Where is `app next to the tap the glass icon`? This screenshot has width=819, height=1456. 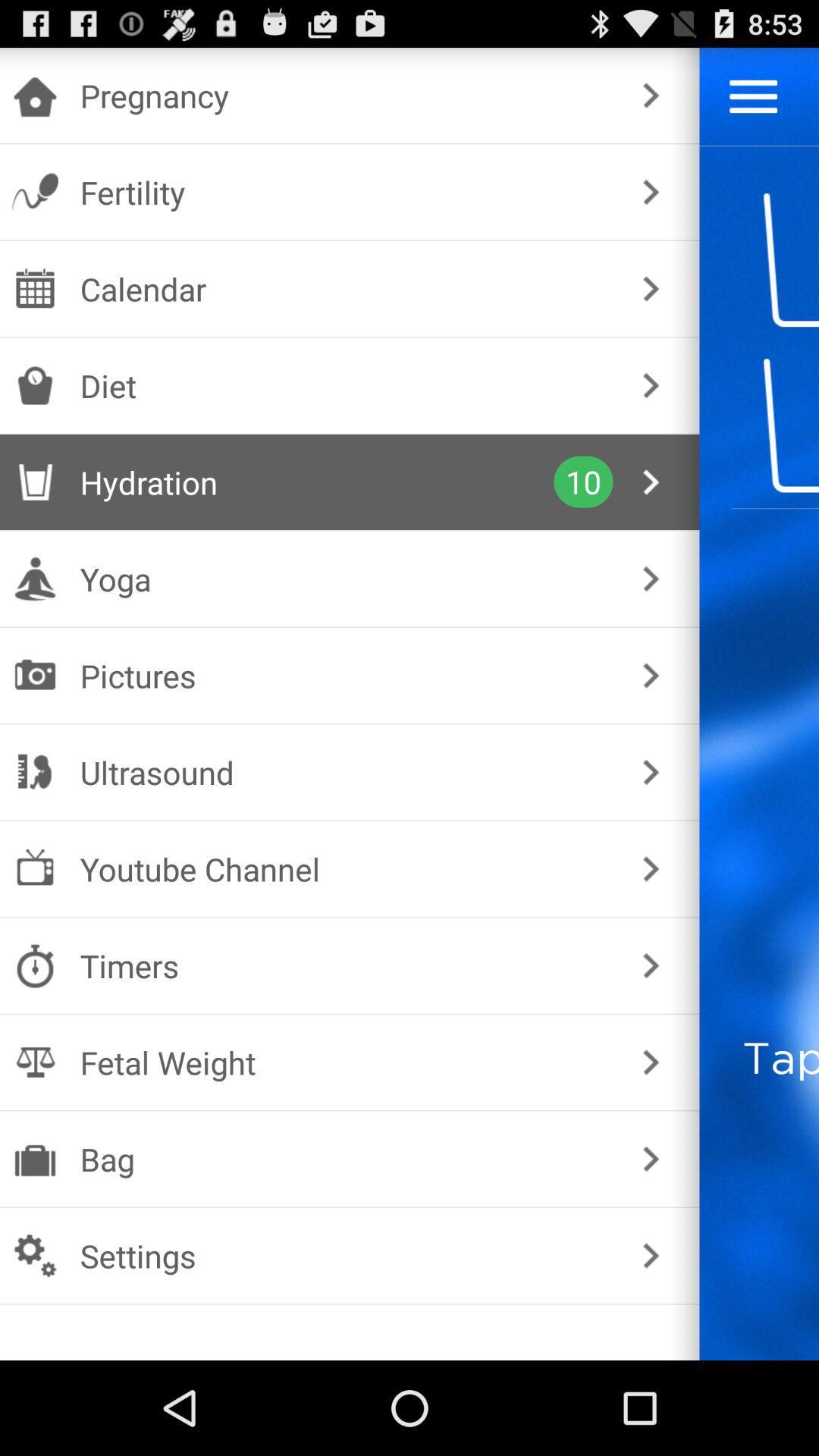
app next to the tap the glass icon is located at coordinates (650, 1158).